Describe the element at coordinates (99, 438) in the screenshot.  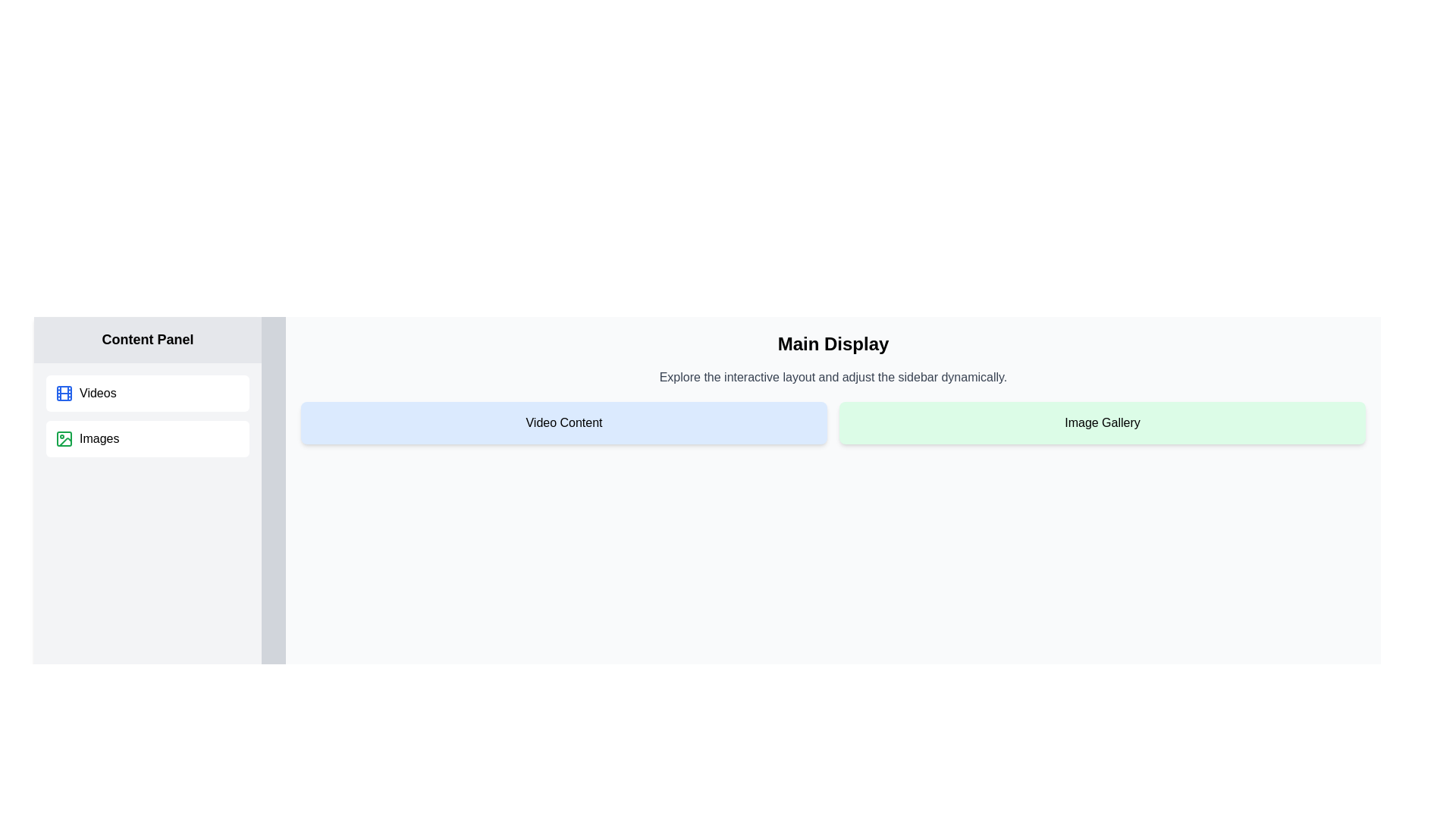
I see `the 'Images' text label located in the 'Content Panel' section` at that location.